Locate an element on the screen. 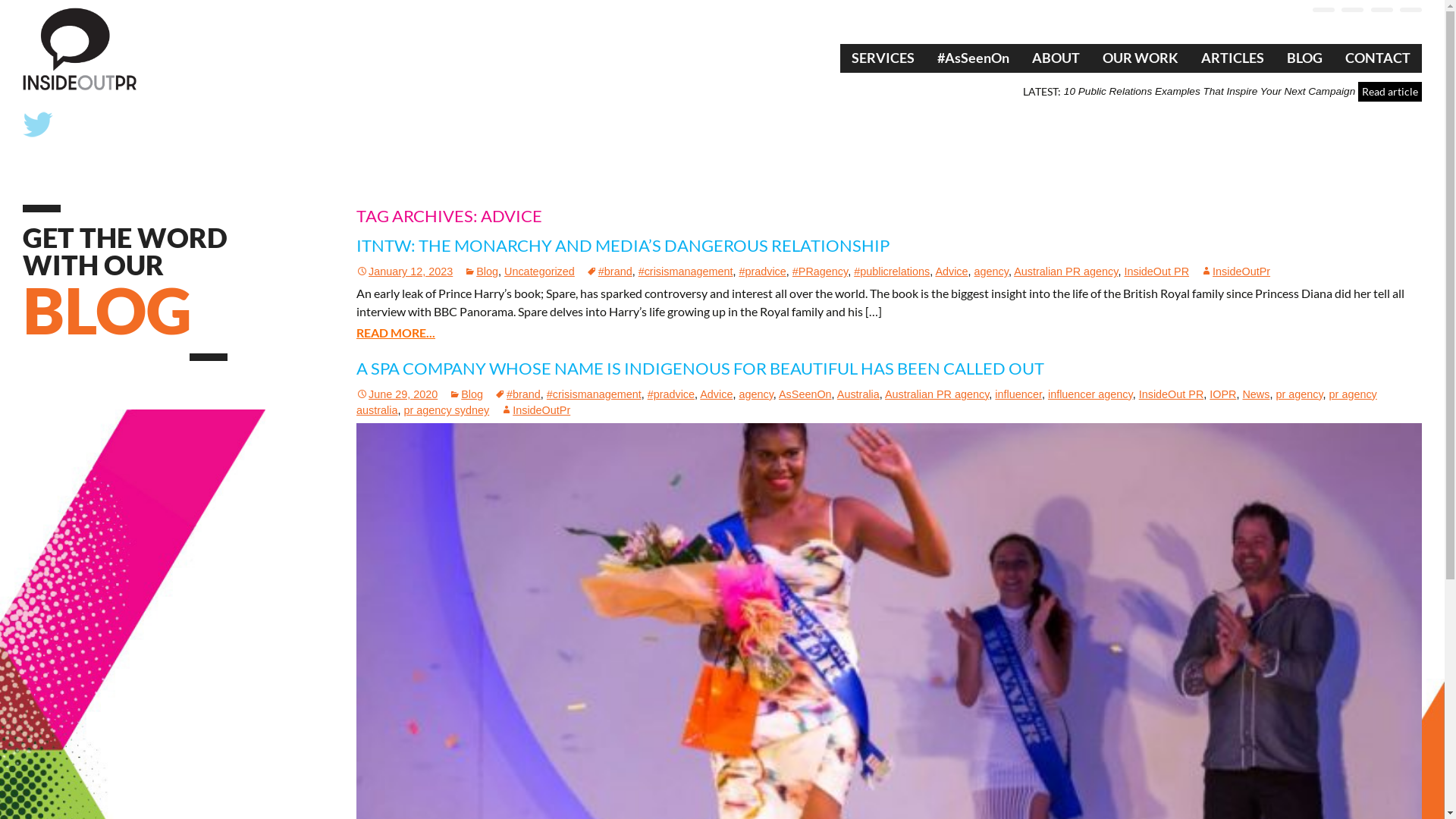 The image size is (1456, 819). 'AsSeenOn' is located at coordinates (804, 394).